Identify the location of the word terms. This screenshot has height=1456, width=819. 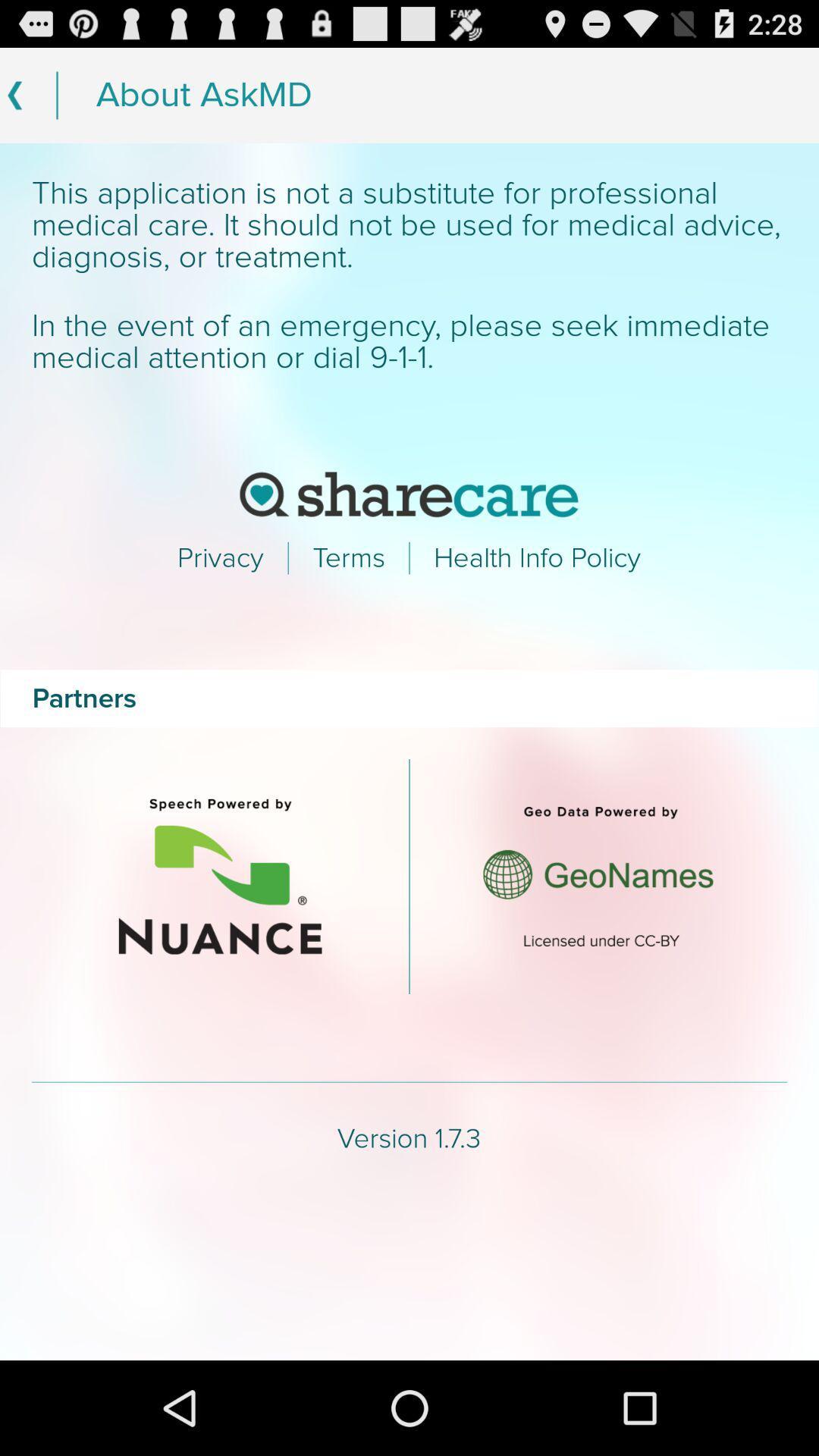
(349, 557).